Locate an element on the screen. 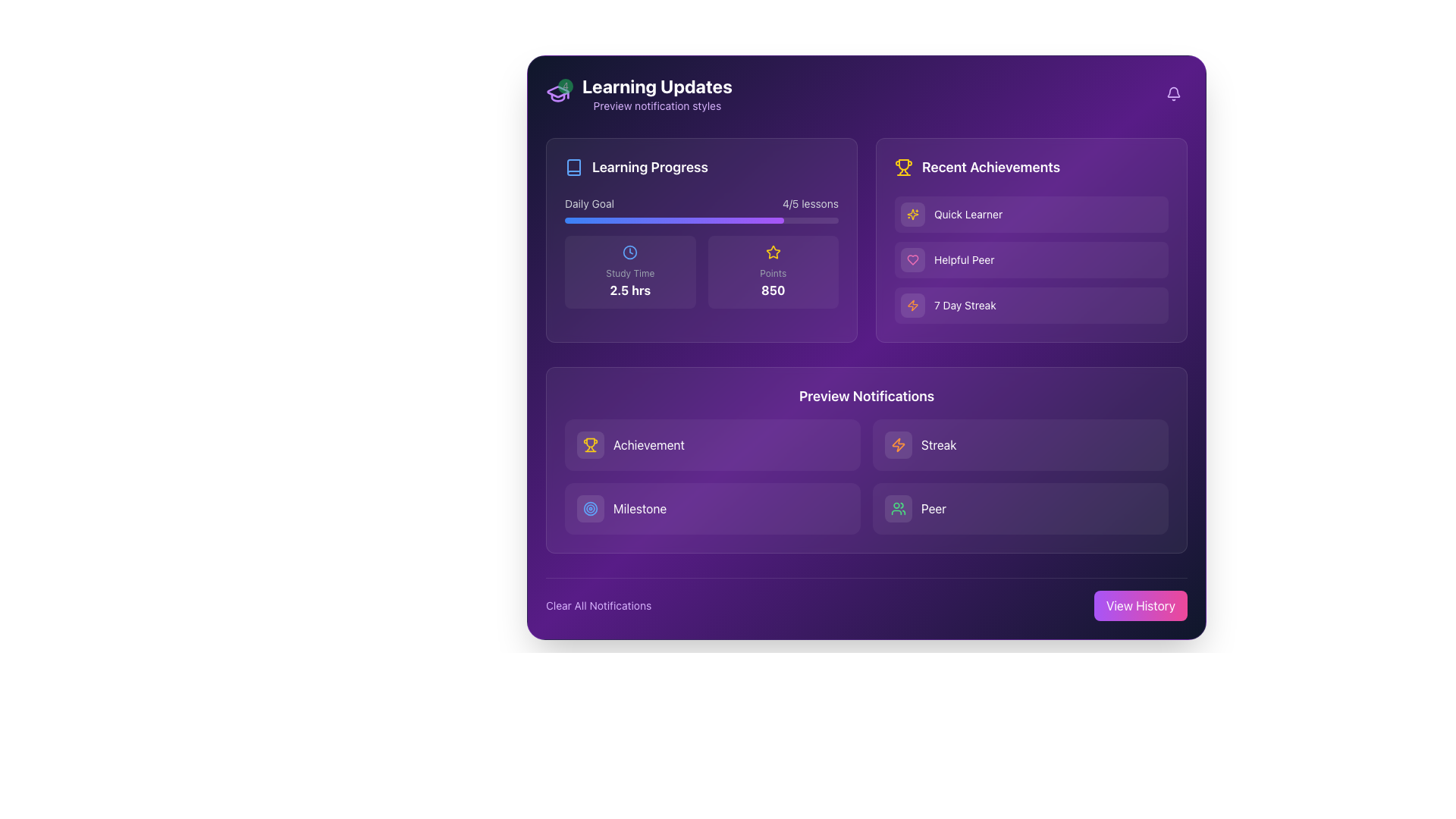 Image resolution: width=1456 pixels, height=819 pixels. the Display card that visually represents accumulated points, located under the 'Learning Progress' section as the rightmost element in a two-column layout is located at coordinates (773, 271).